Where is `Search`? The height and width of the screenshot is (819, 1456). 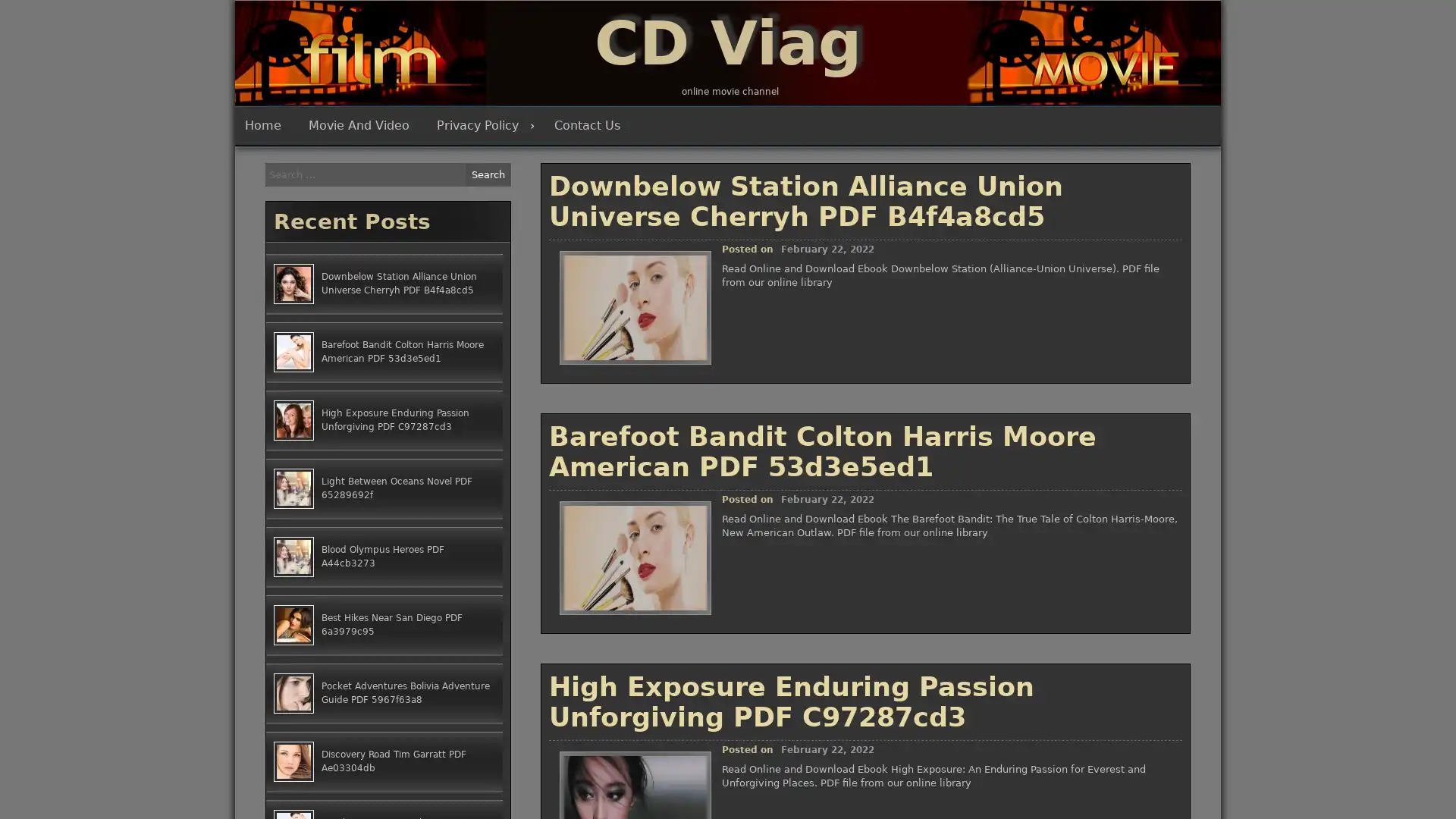 Search is located at coordinates (488, 174).